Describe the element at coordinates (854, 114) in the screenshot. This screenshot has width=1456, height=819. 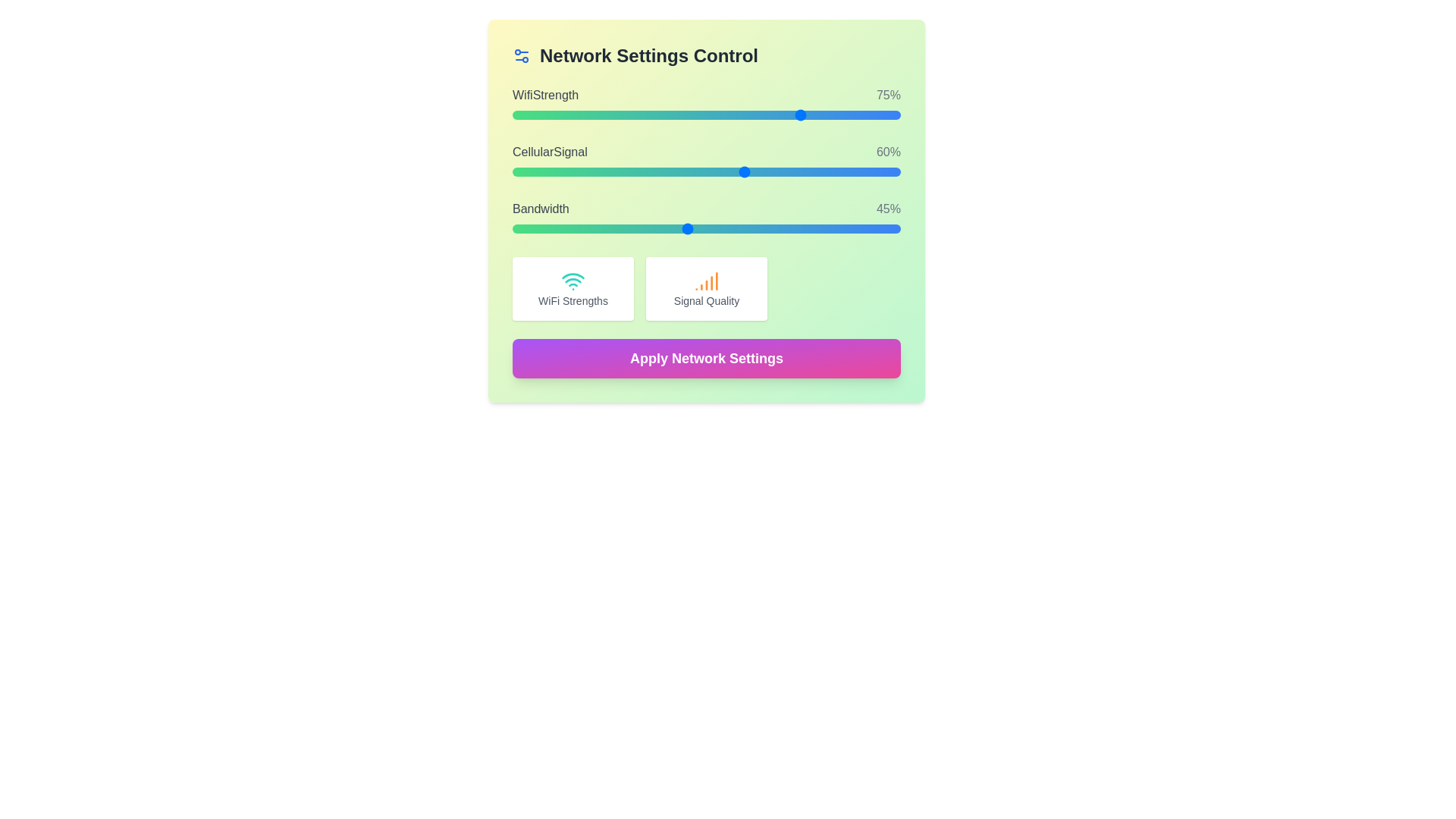
I see `WiFi strength` at that location.